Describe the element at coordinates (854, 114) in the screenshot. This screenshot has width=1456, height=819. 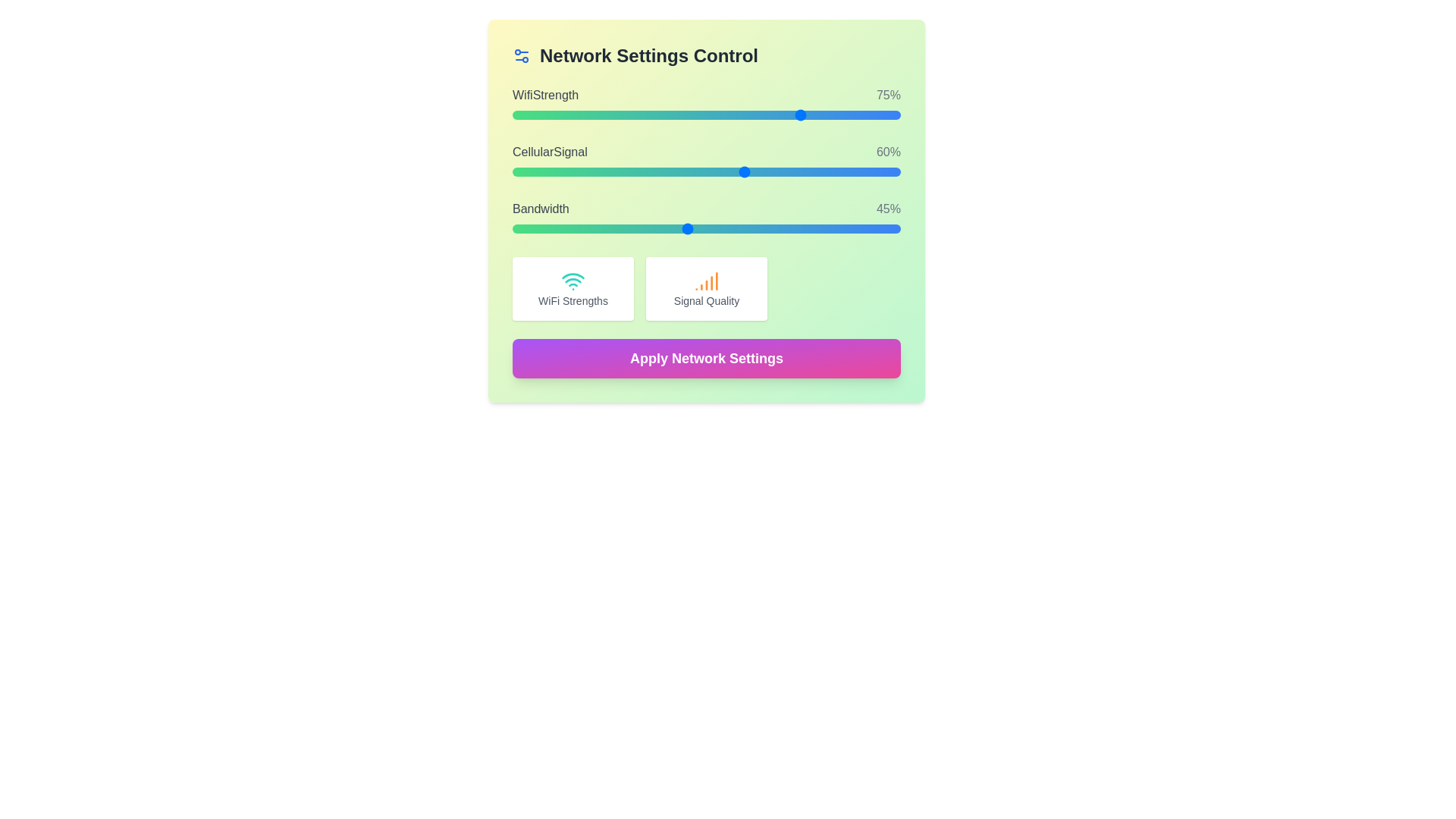
I see `WiFi strength` at that location.